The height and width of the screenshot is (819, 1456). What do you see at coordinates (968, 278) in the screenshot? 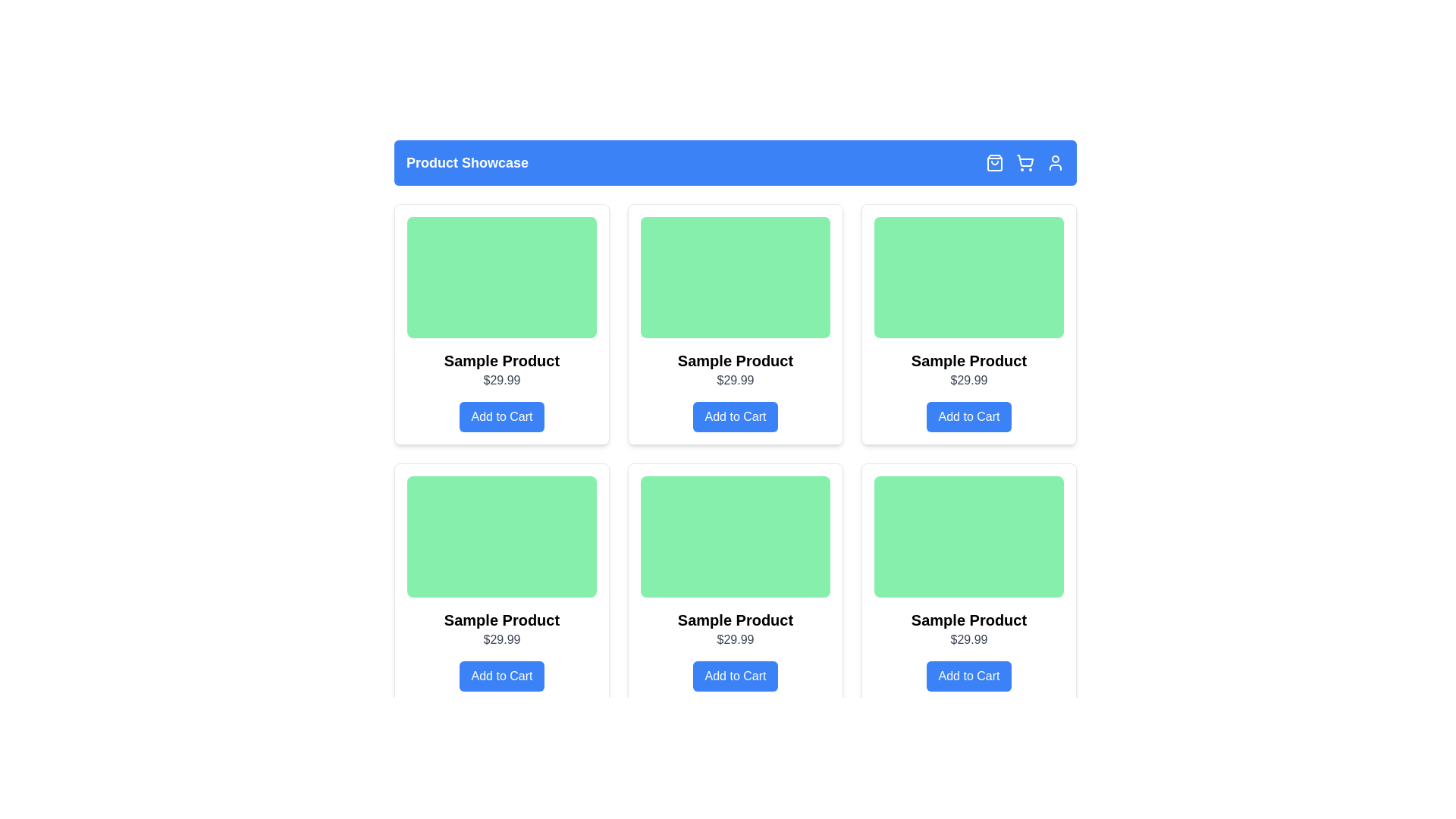
I see `the green rectangular component representing a product item, located in the second column of the first row of product items` at bounding box center [968, 278].